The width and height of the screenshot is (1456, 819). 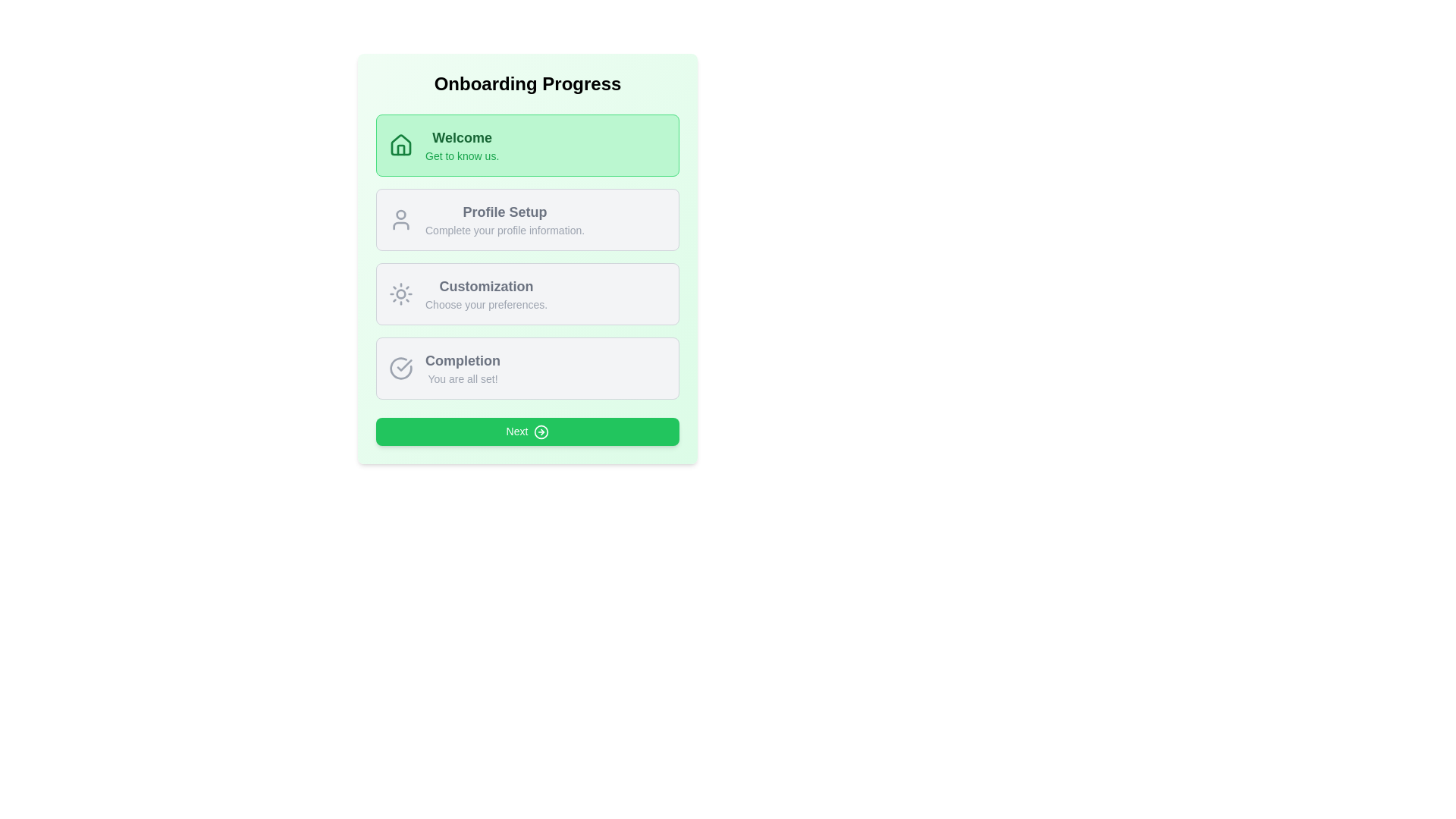 I want to click on the title text label for the 'Completion' step in the onboarding progress interface, which is located in the bottom section above the 'You are all set!' subtitle, so click(x=462, y=360).